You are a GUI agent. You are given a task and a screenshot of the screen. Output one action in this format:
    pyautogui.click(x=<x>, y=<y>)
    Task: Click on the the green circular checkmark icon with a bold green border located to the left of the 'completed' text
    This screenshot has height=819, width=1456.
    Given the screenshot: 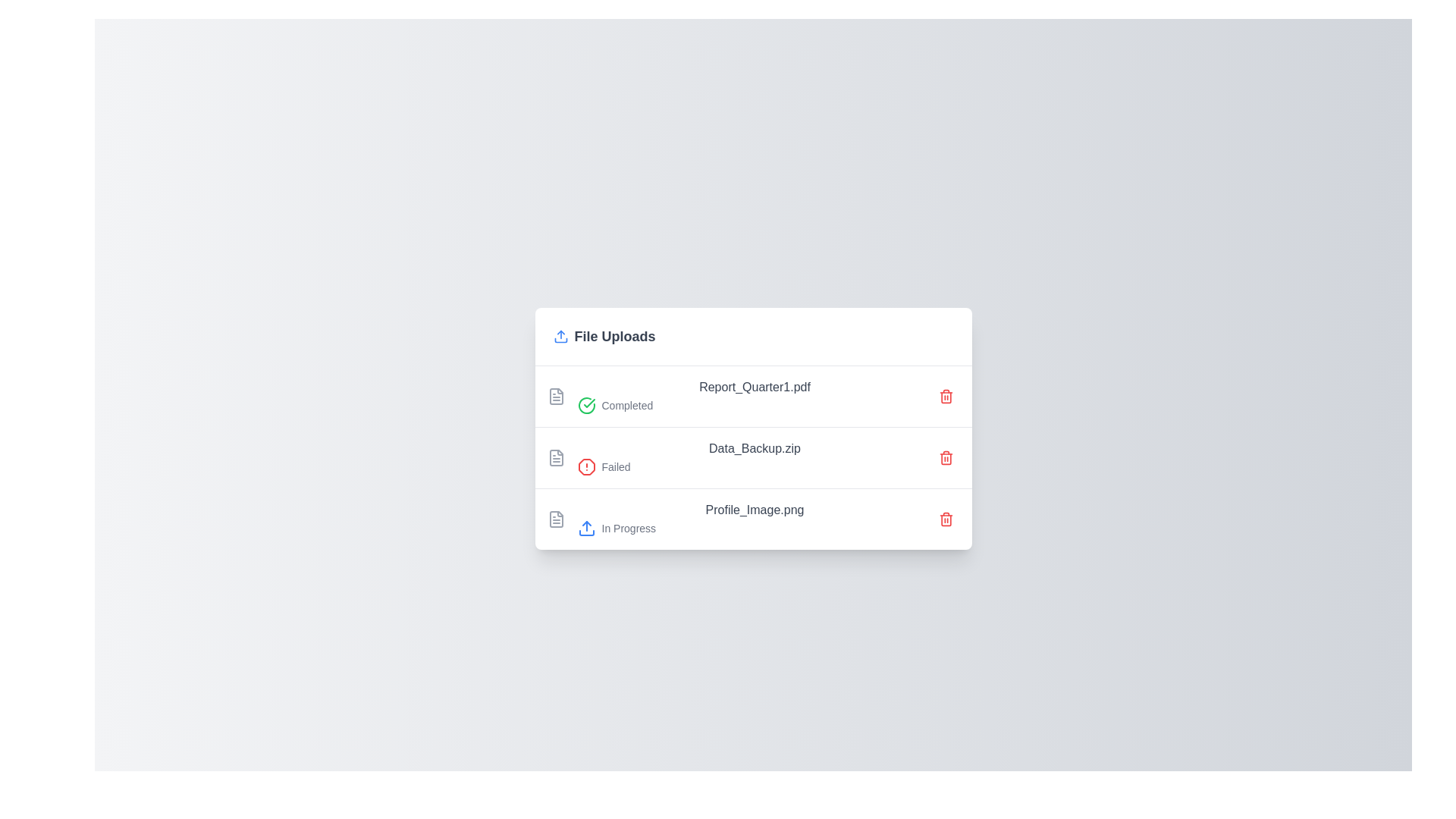 What is the action you would take?
    pyautogui.click(x=585, y=404)
    